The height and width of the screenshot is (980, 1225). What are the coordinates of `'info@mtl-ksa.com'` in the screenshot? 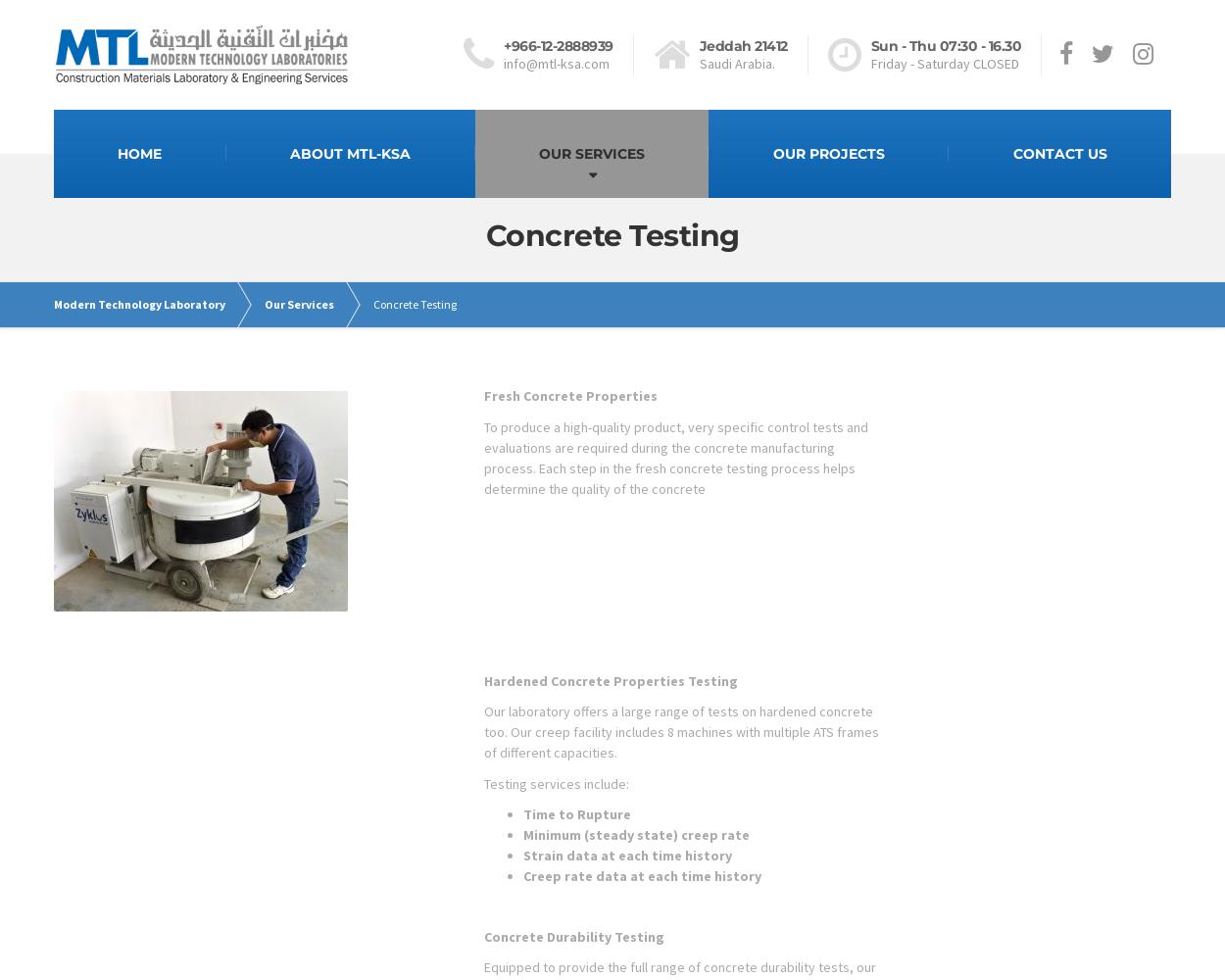 It's located at (556, 63).